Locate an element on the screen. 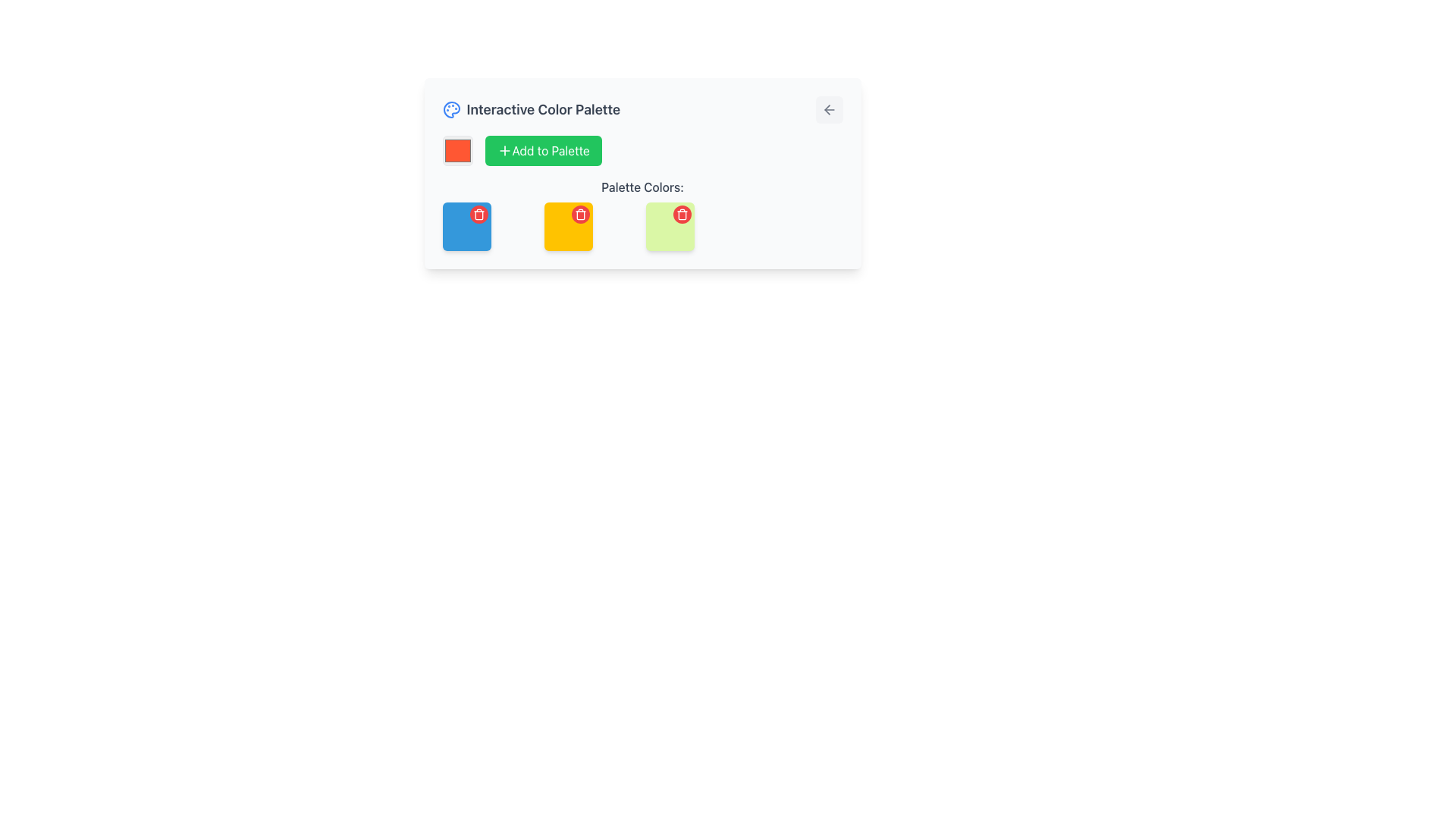  the color palette icon, which is the leading component of the group containing the 'Interactive Color Palette' text, located near the top left of the interface is located at coordinates (450, 109).